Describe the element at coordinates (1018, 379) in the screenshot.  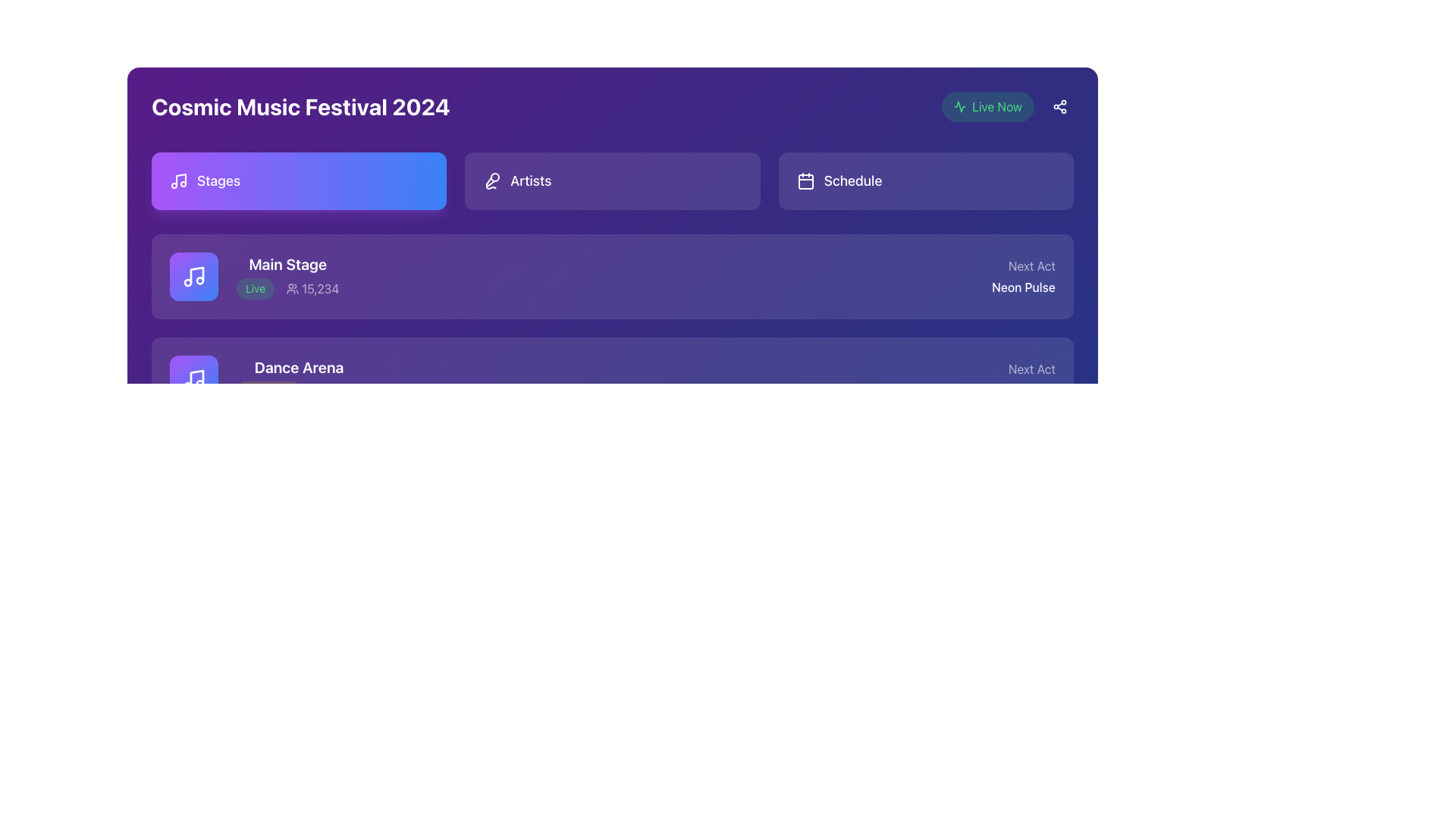
I see `the informational text label indicating the next scheduled event for the 'Dance Arena', located at the far right of the second row` at that location.